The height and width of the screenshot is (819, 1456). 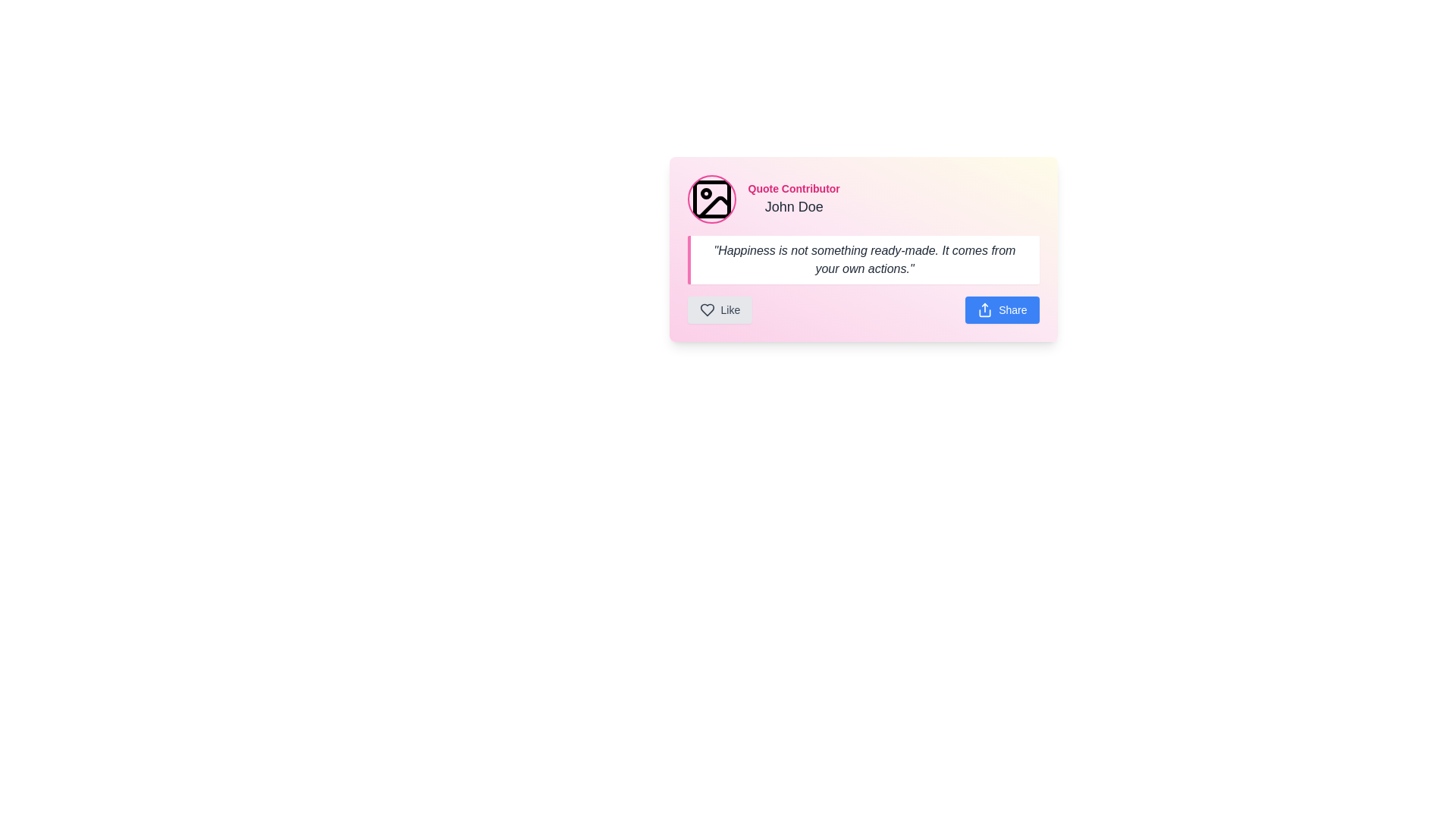 I want to click on the Profile Image Placeholder, which is a bordered circular icon with a pink border and a simplistic image symbol, so click(x=711, y=198).